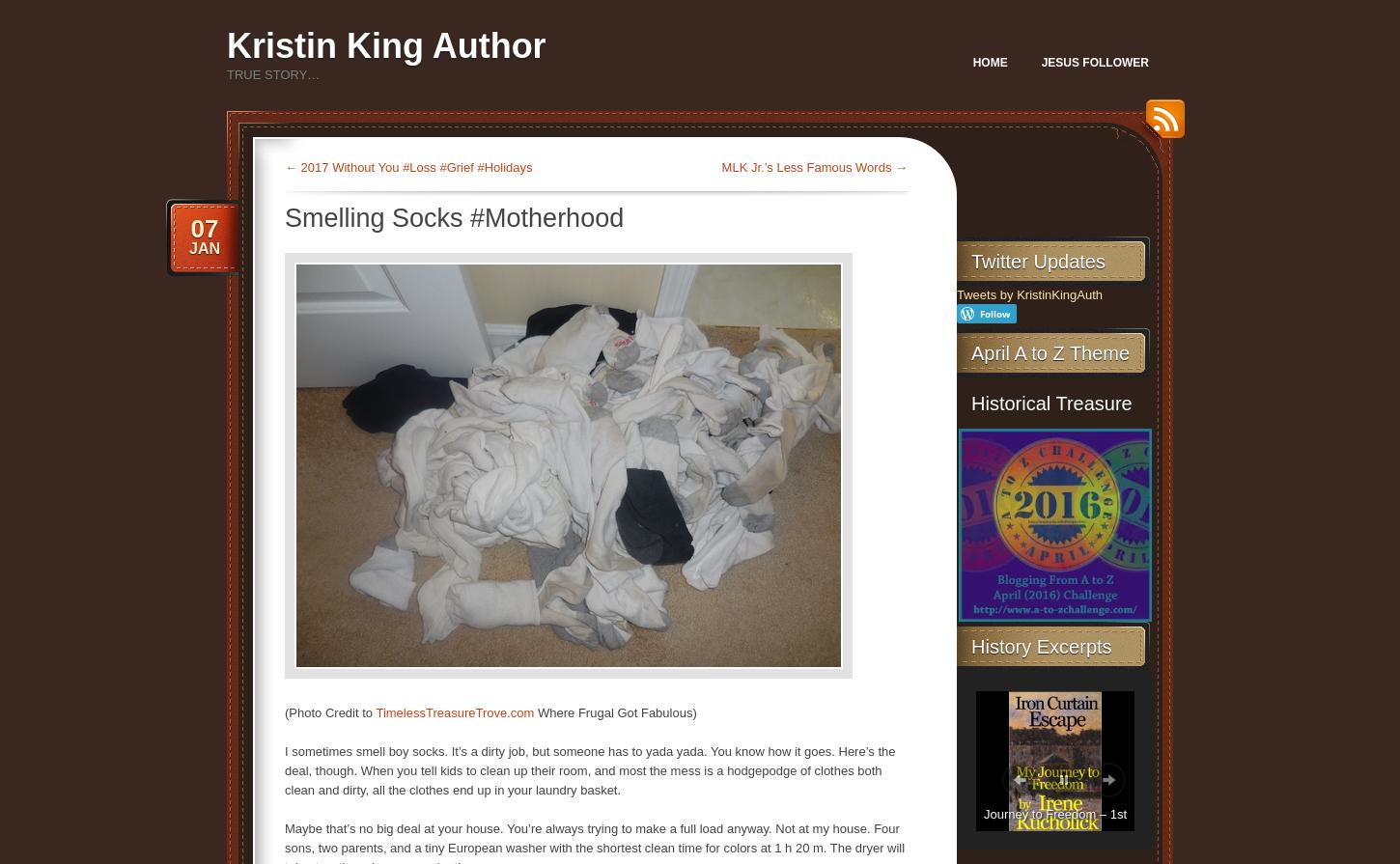  I want to click on 'Journey to Freedom – 1st Edition Cover of 3rd Memoir', so click(1053, 824).